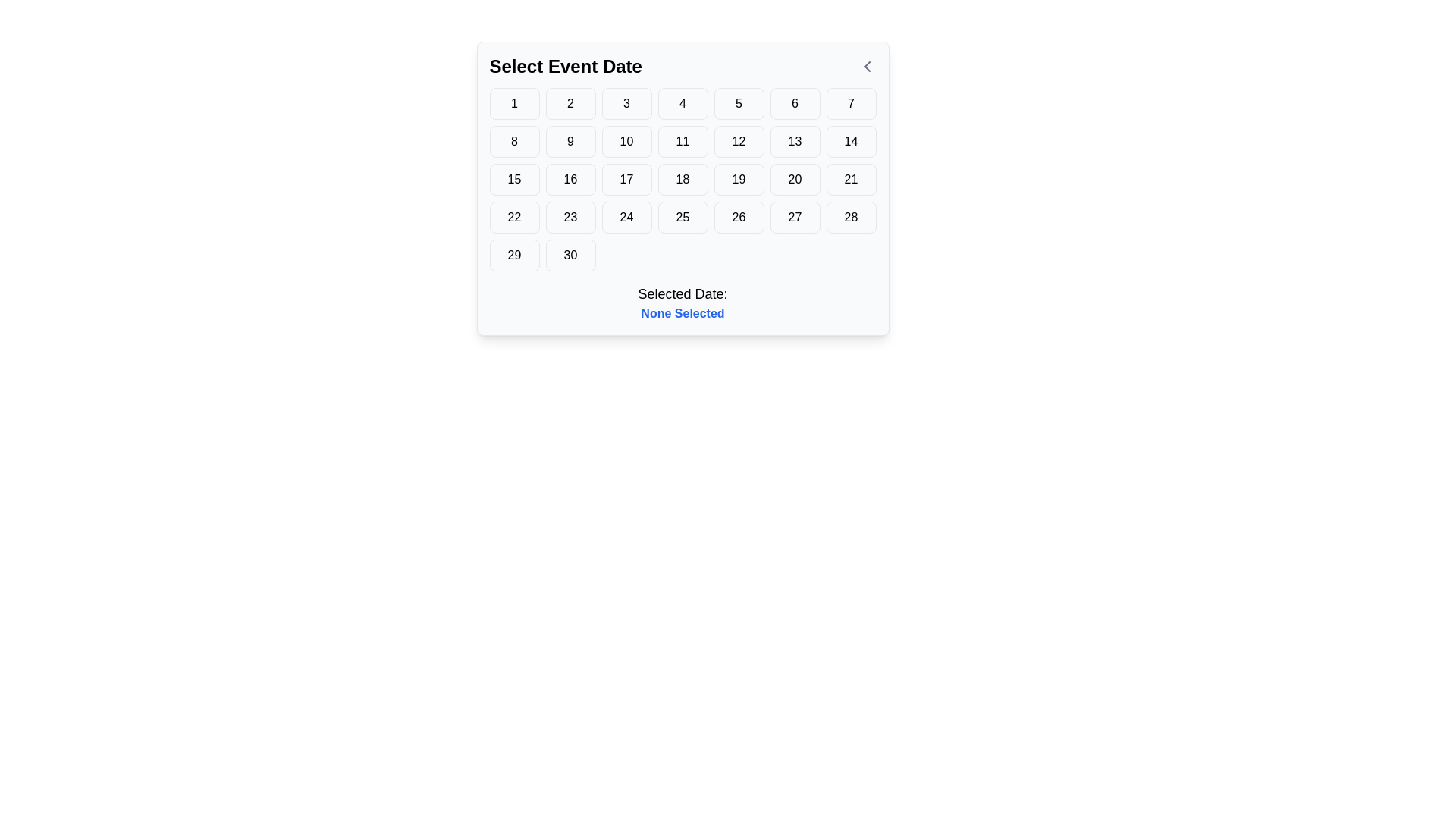 Image resolution: width=1456 pixels, height=819 pixels. I want to click on the specific day button on the Calendar Date Selector, so click(682, 188).